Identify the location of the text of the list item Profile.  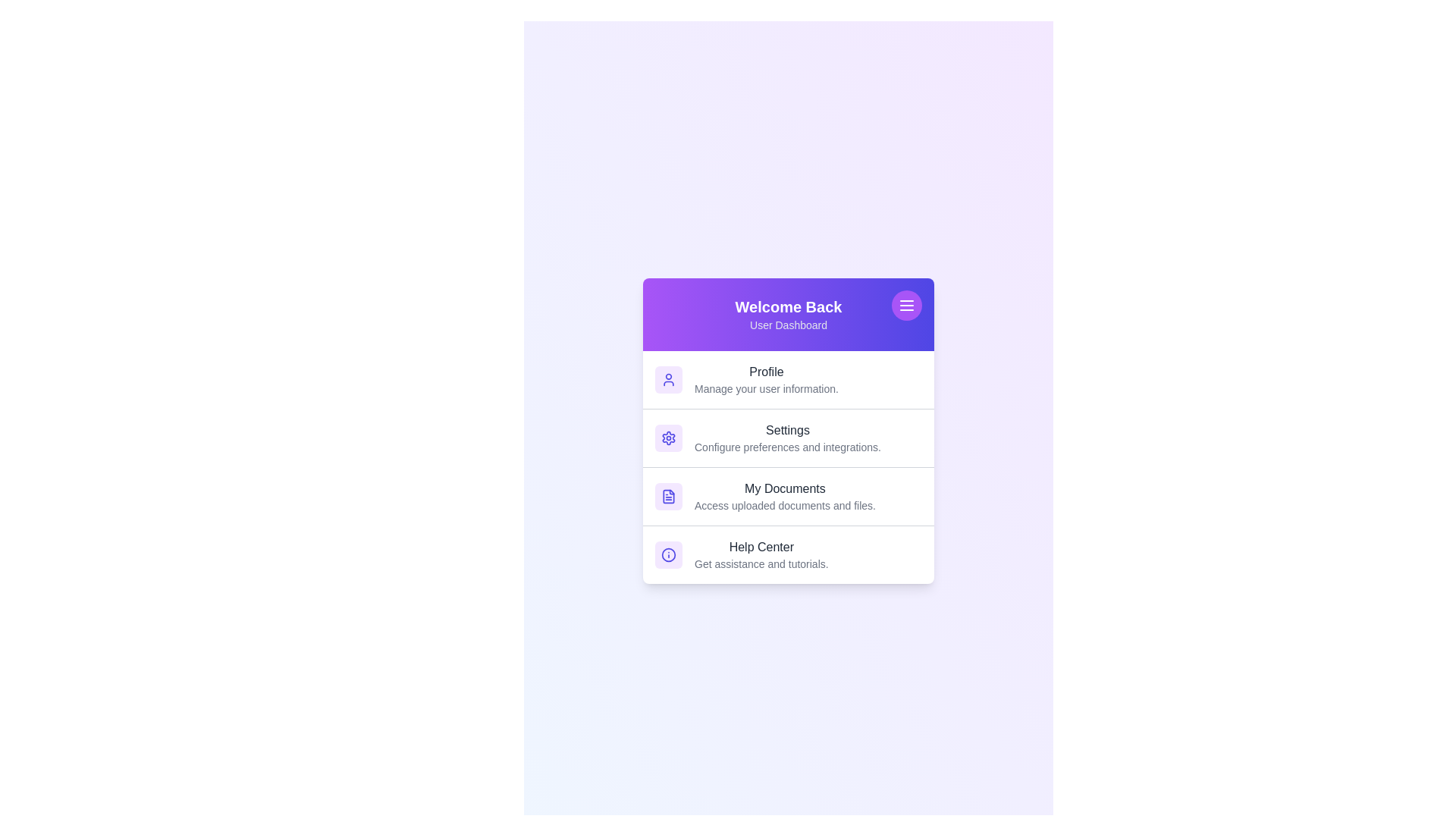
(789, 372).